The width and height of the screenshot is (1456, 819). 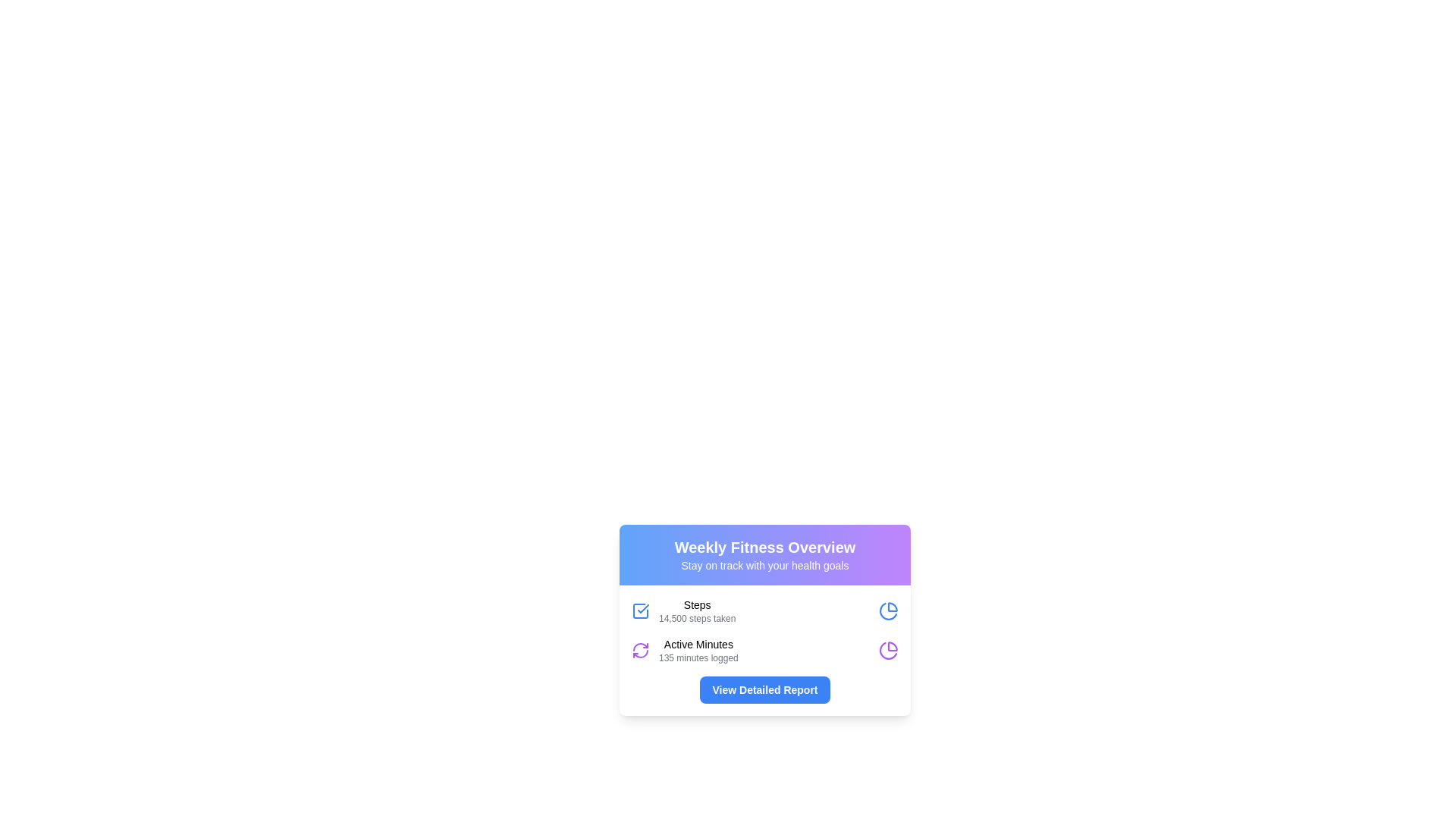 What do you see at coordinates (888, 649) in the screenshot?
I see `the representation of the purple pie chart icon located in the Weekly Fitness Overview widget, aligned with the Active Minutes text` at bounding box center [888, 649].